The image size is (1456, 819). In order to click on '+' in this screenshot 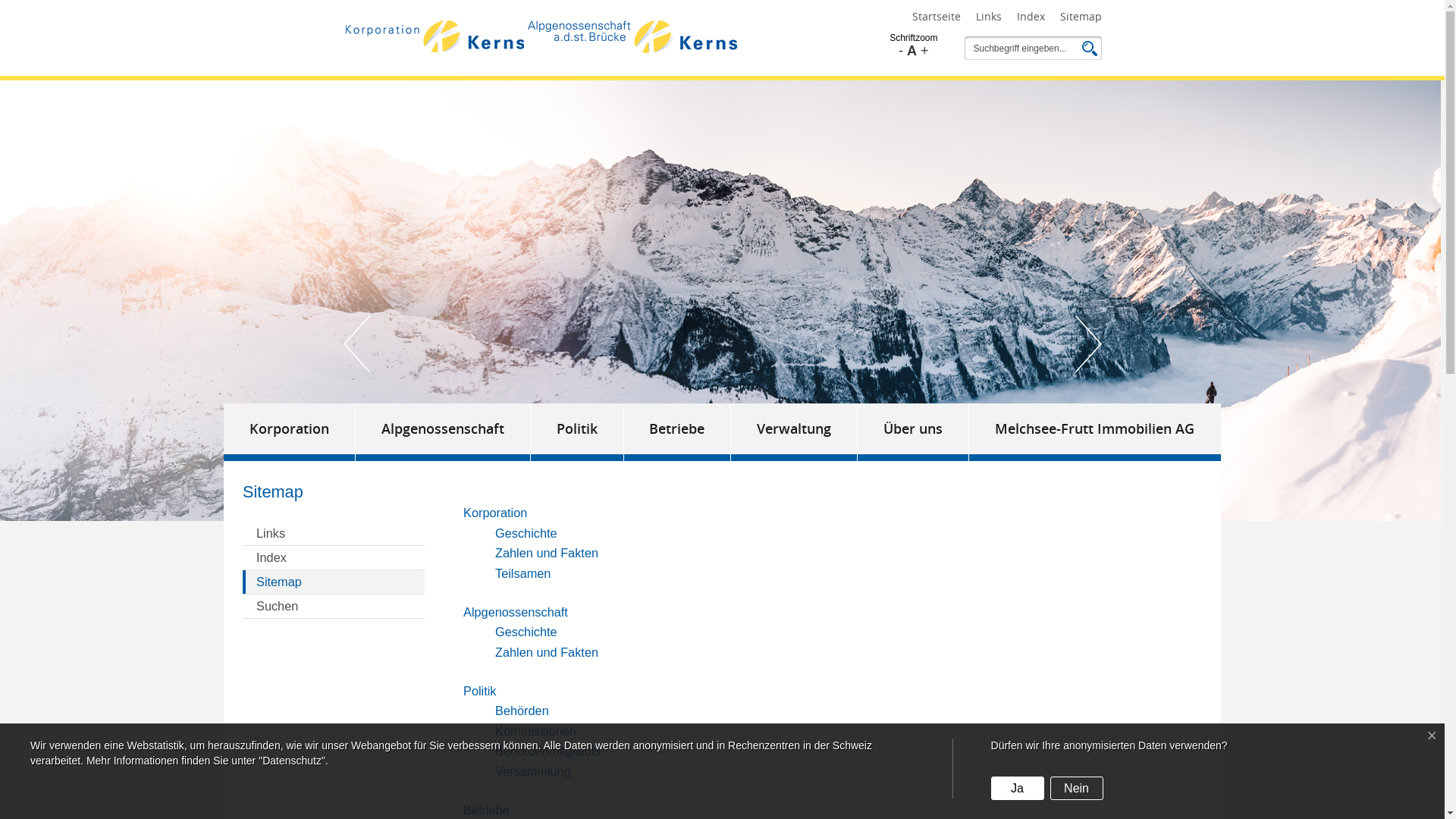, I will do `click(924, 49)`.